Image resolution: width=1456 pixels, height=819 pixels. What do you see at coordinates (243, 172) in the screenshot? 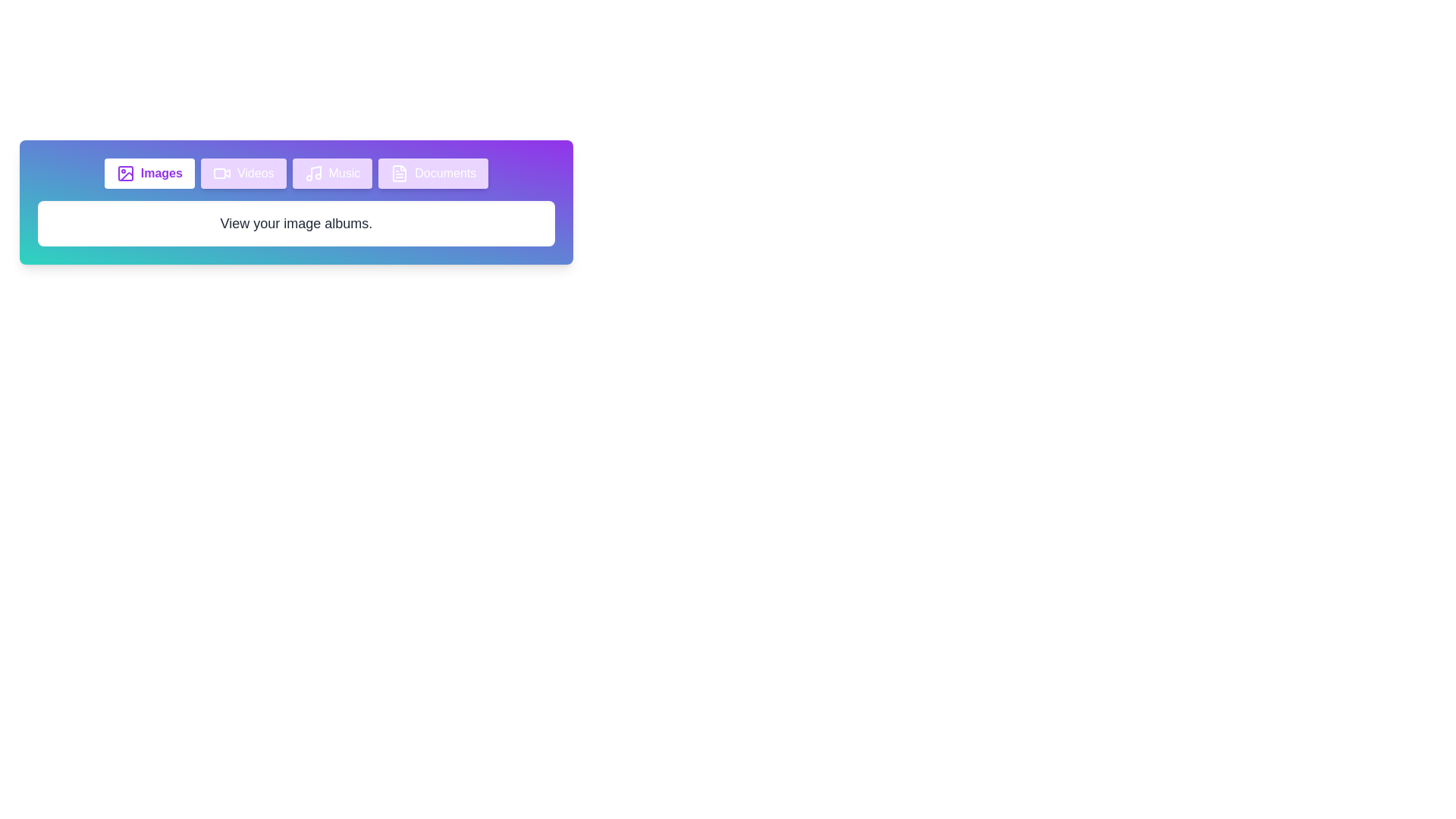
I see `the Videos tab to view its content` at bounding box center [243, 172].